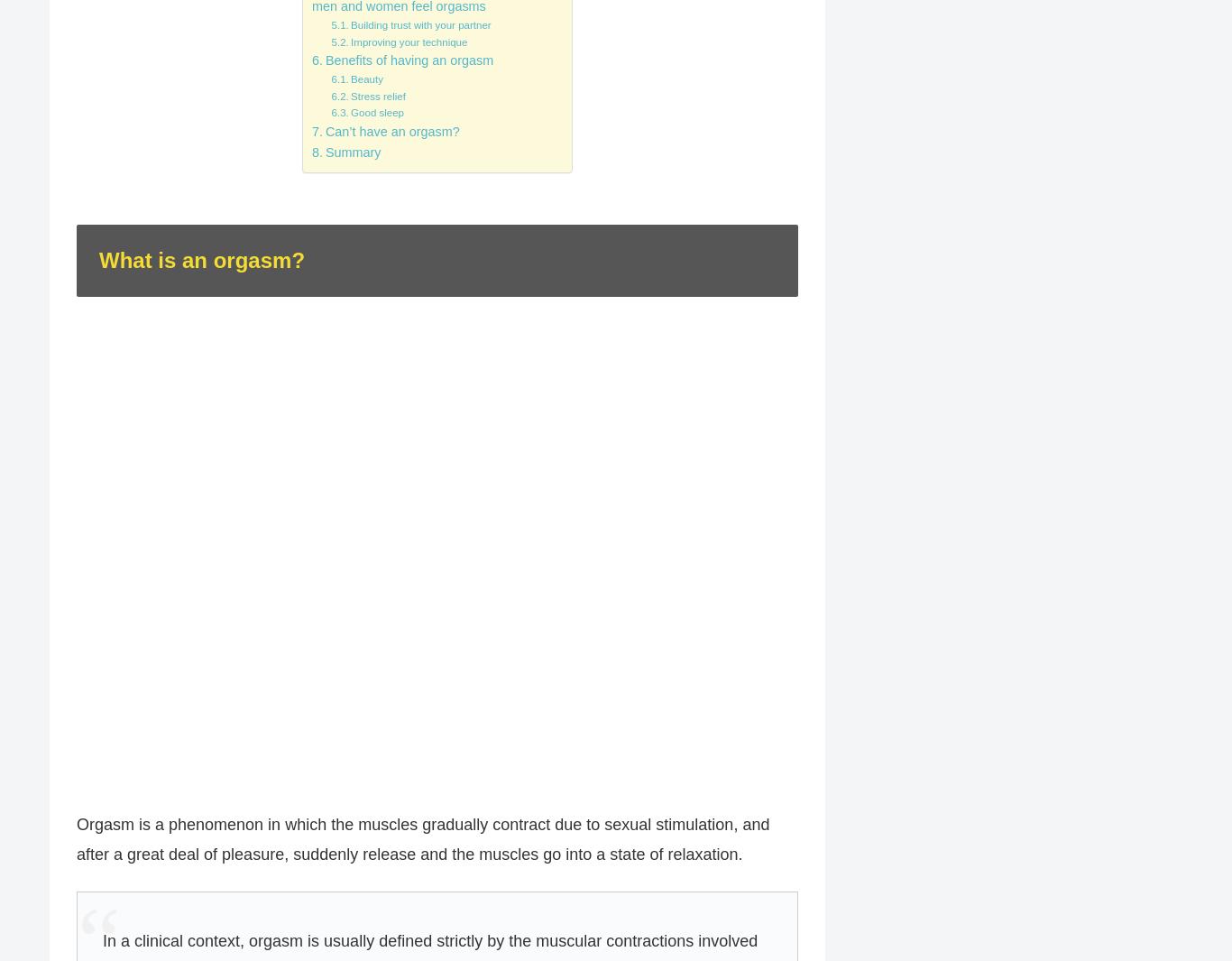 This screenshot has width=1232, height=961. I want to click on 'What is an orgasm?', so click(201, 259).